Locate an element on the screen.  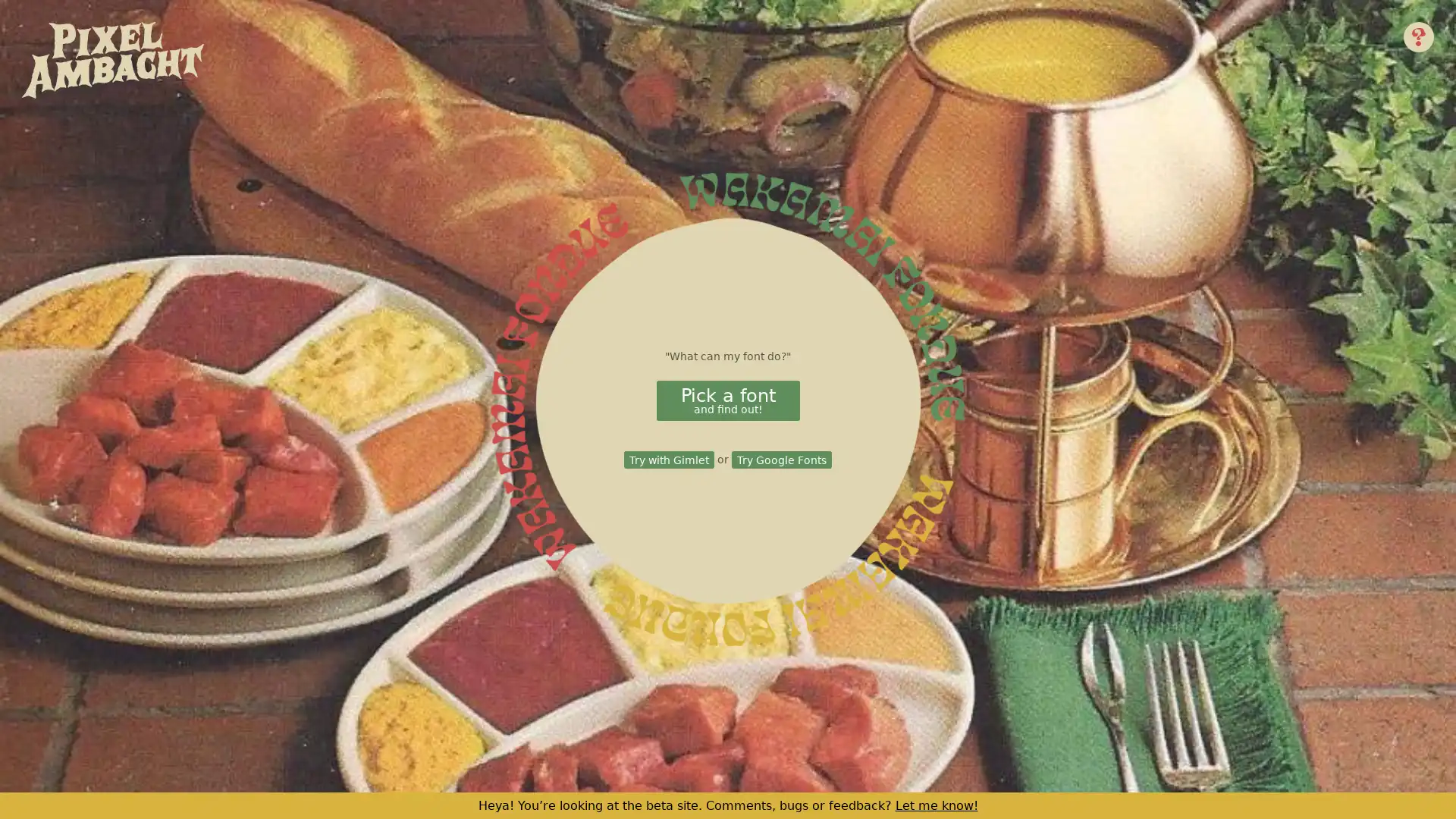
Choose File is located at coordinates (795, 412).